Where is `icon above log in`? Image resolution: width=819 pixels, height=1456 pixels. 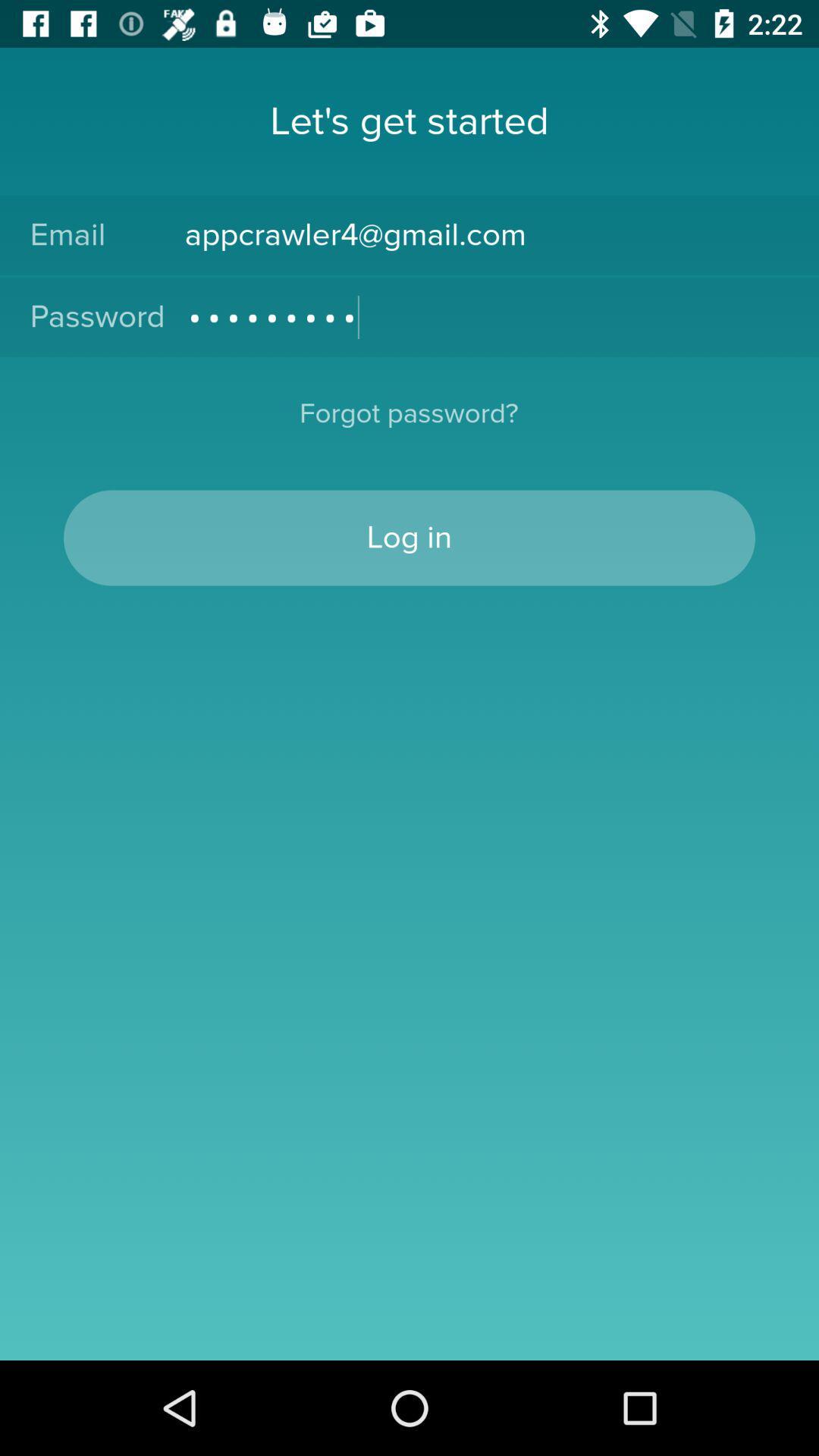 icon above log in is located at coordinates (408, 423).